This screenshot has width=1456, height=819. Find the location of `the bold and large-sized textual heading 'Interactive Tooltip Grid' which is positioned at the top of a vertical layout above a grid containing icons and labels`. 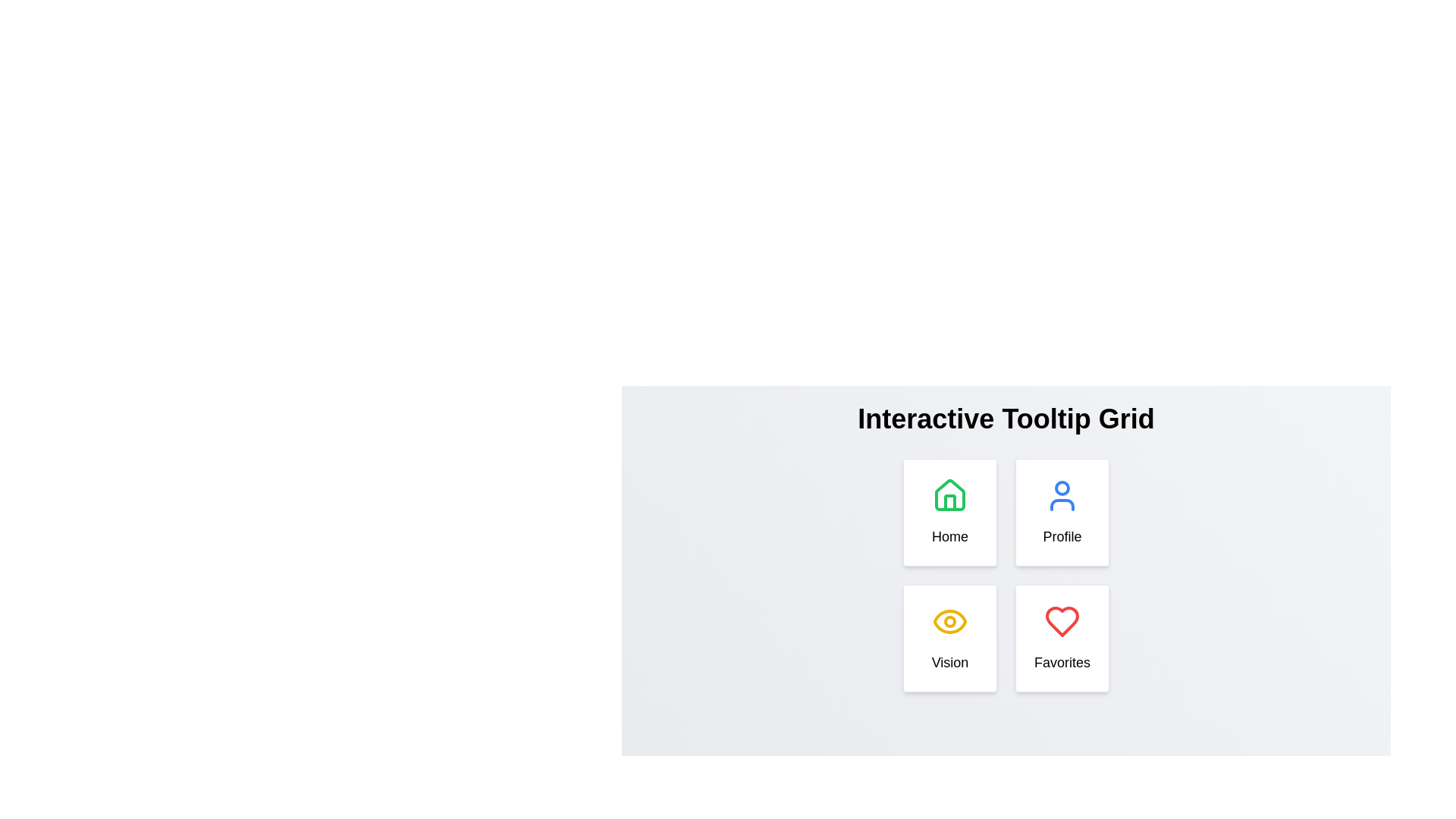

the bold and large-sized textual heading 'Interactive Tooltip Grid' which is positioned at the top of a vertical layout above a grid containing icons and labels is located at coordinates (1006, 419).